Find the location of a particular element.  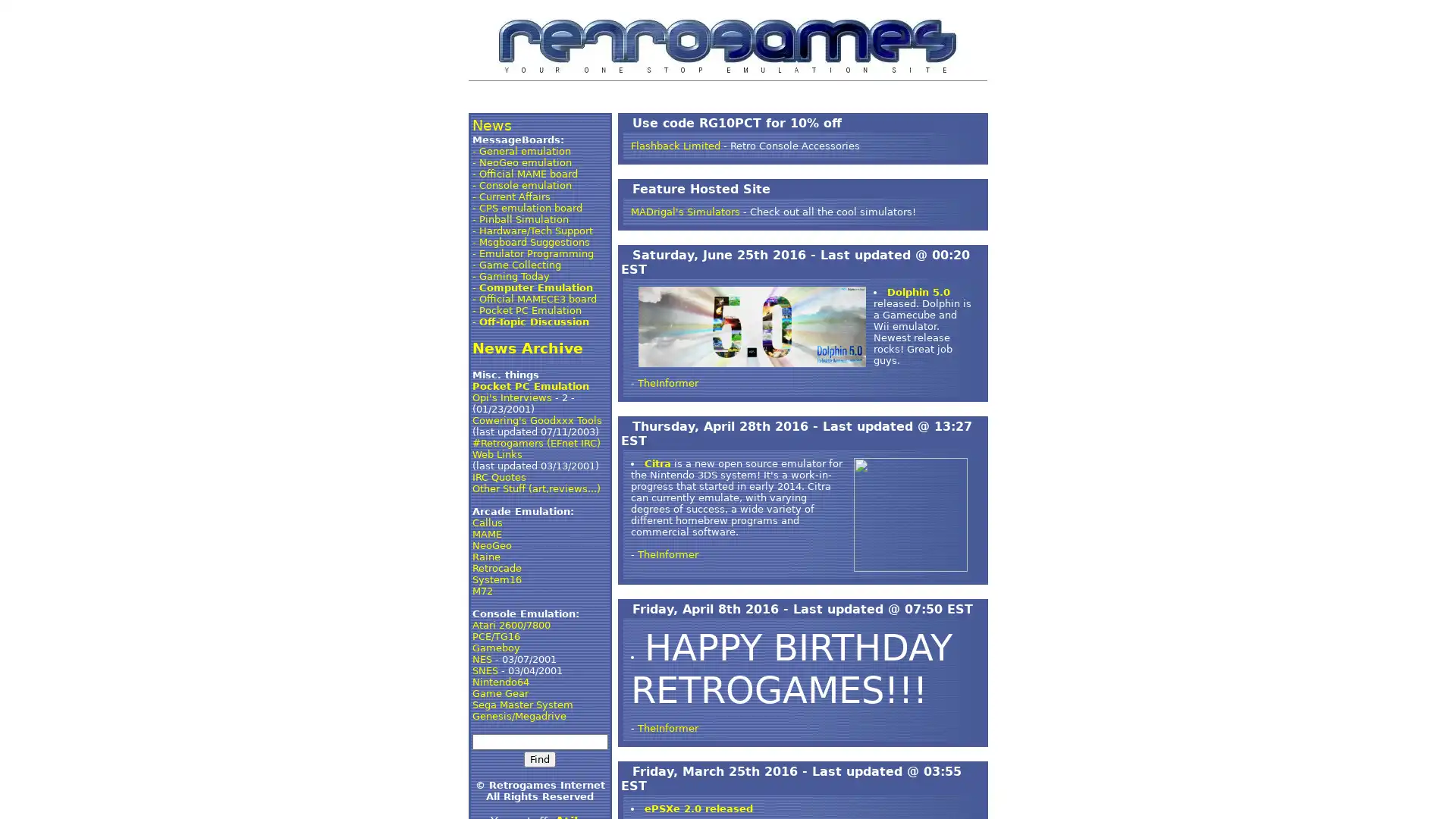

Find is located at coordinates (539, 759).